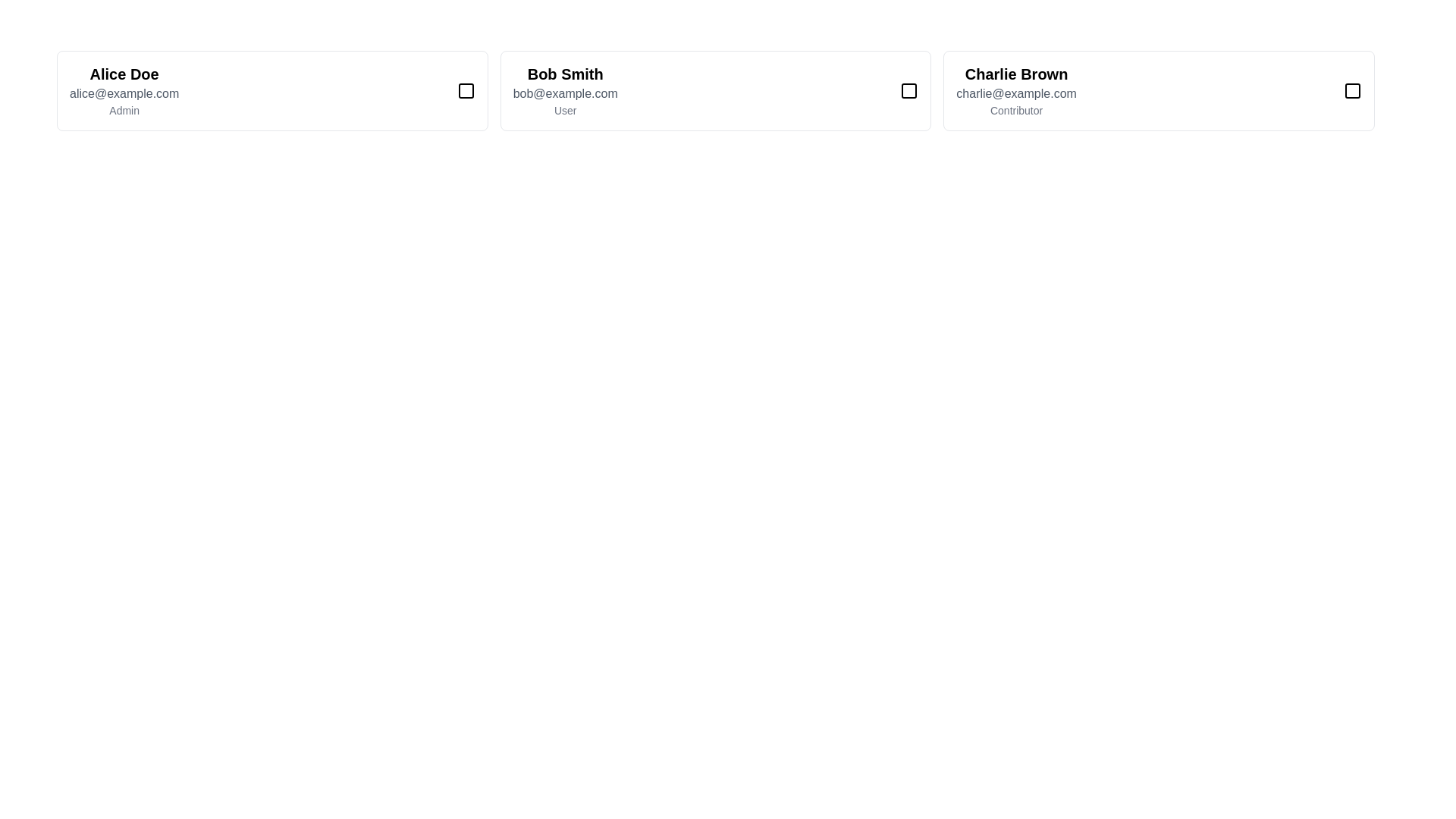  What do you see at coordinates (124, 90) in the screenshot?
I see `the Text Display Block displaying profile information for 'Alice Doe', which includes the name, email 'alice@example.com', and role 'Admin'` at bounding box center [124, 90].